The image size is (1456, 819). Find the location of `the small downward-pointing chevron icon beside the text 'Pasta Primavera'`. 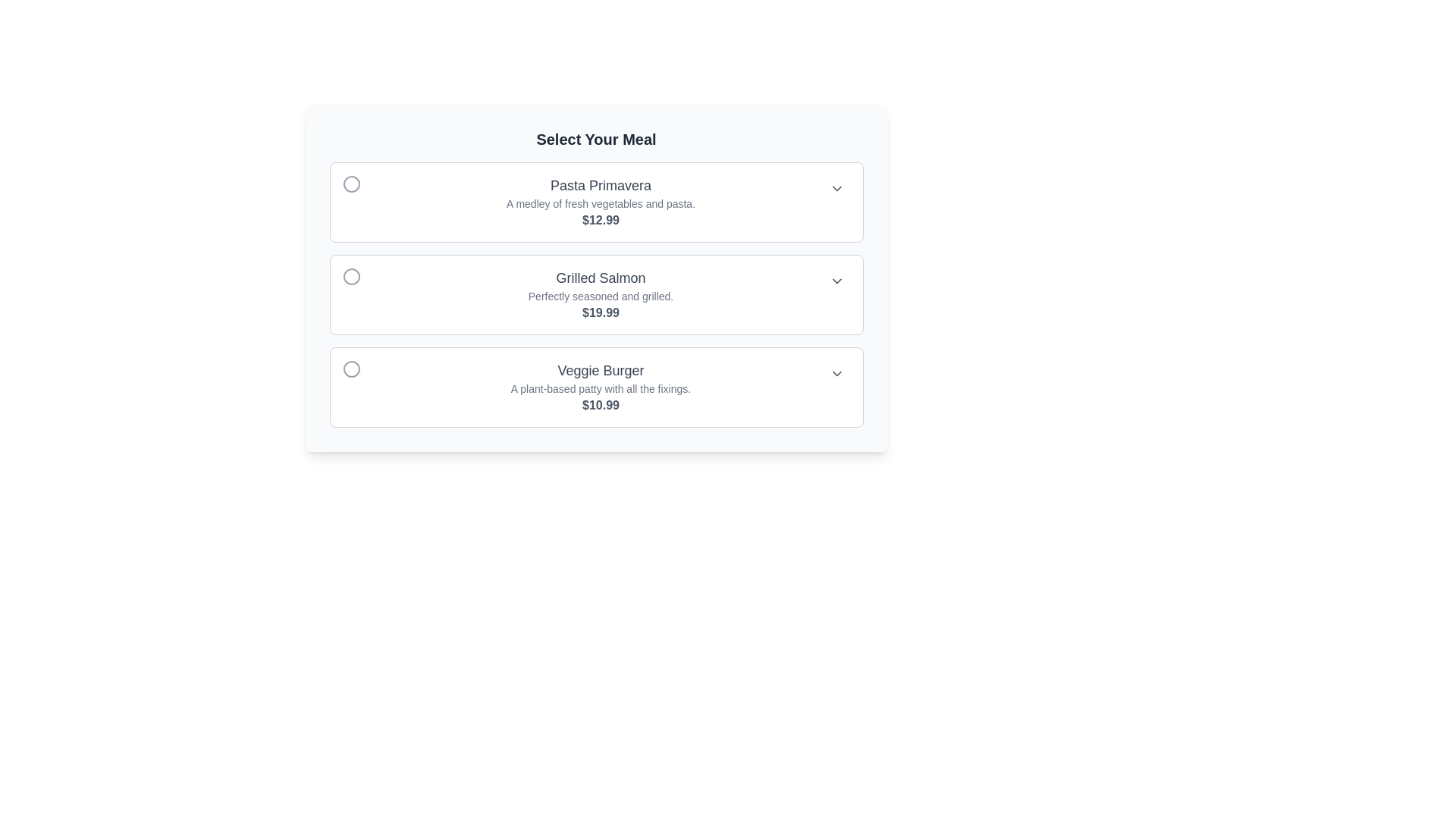

the small downward-pointing chevron icon beside the text 'Pasta Primavera' is located at coordinates (836, 188).